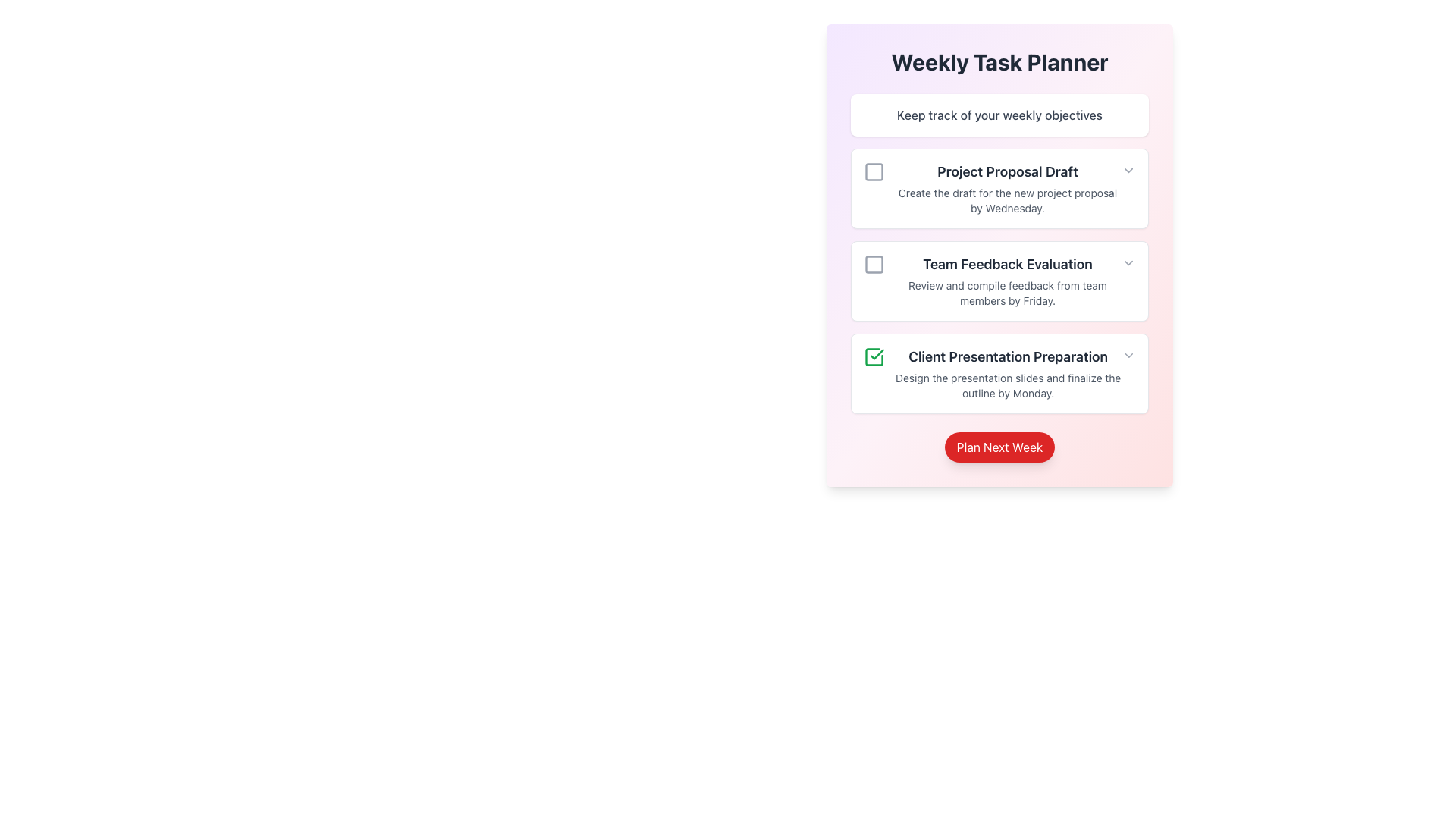 The image size is (1456, 819). Describe the element at coordinates (1128, 170) in the screenshot. I see `the Chevron Down icon located on the far right of the 'Project Proposal Draft' section` at that location.